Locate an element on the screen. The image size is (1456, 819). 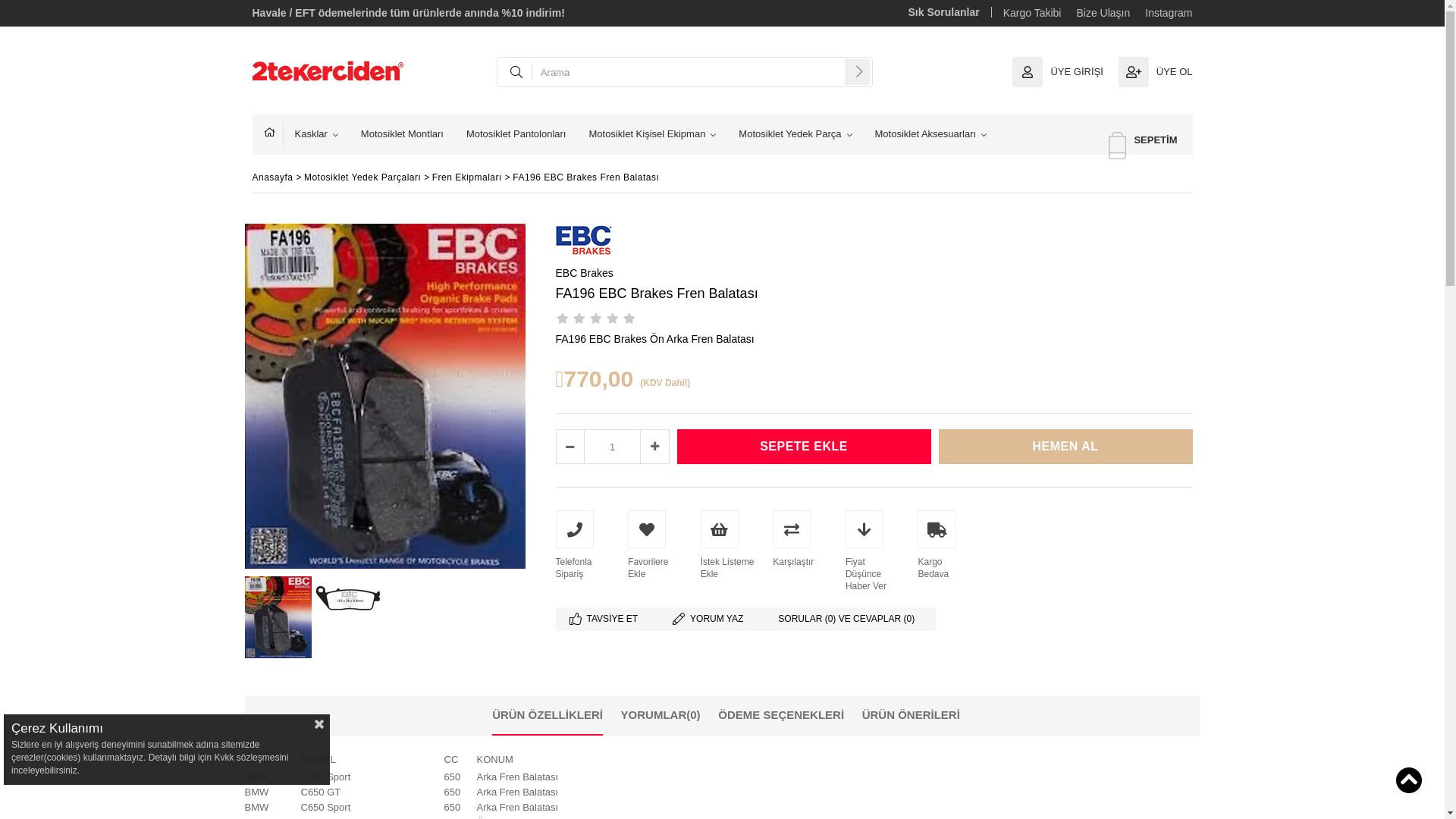
'Kargo Bedava' is located at coordinates (916, 544).